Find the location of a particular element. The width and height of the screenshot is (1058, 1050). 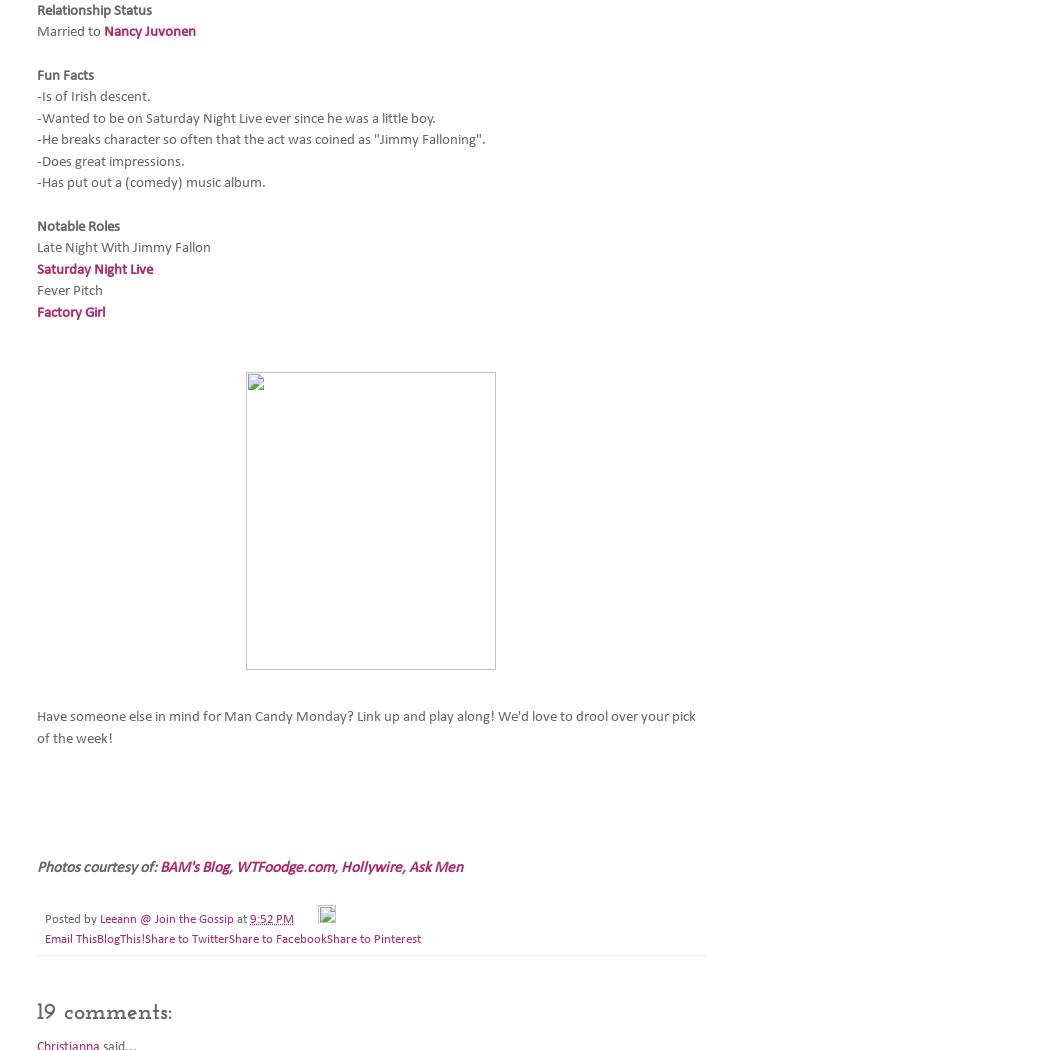

'Ask Men' is located at coordinates (436, 865).